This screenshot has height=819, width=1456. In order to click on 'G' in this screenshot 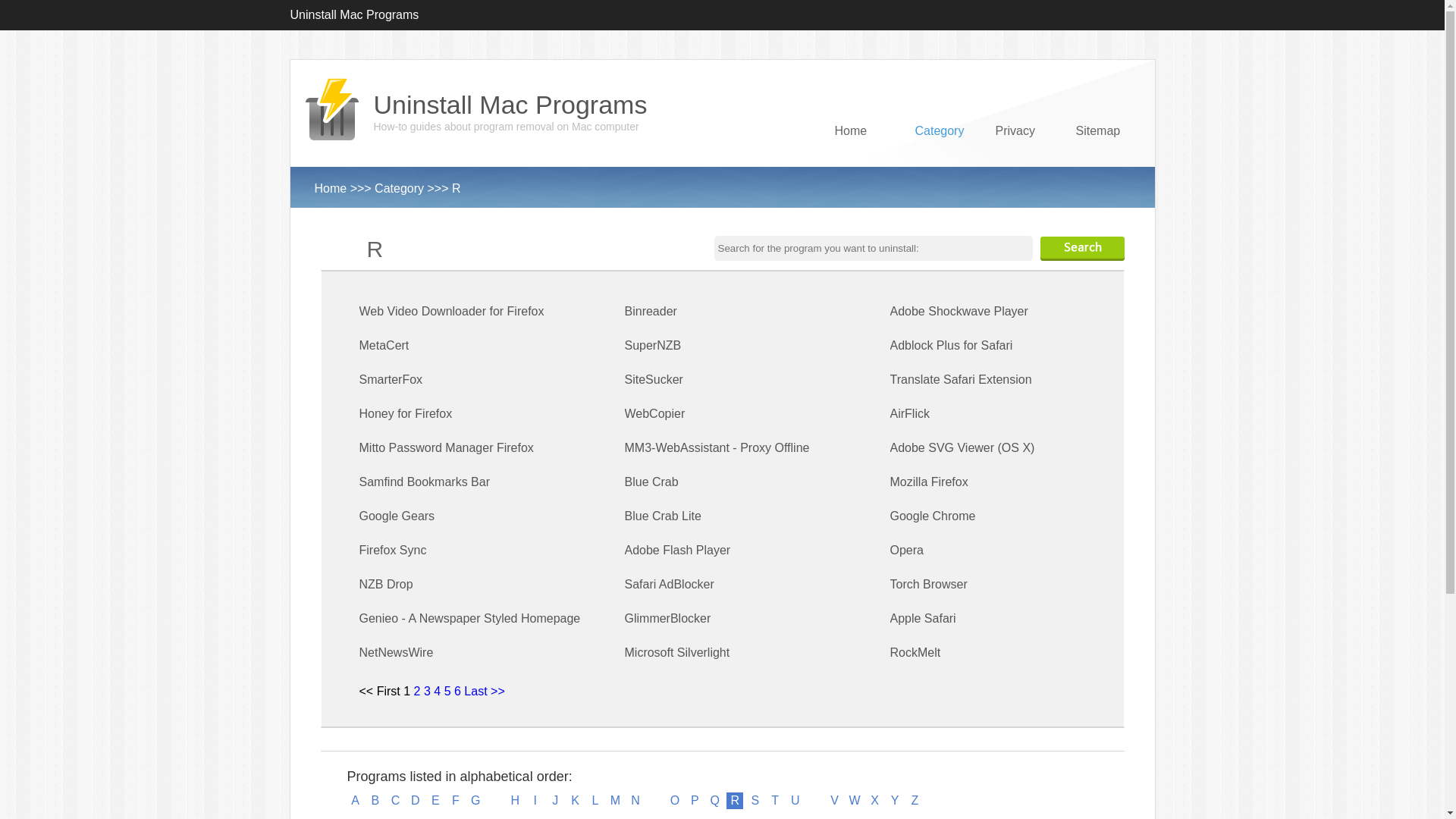, I will do `click(475, 800)`.